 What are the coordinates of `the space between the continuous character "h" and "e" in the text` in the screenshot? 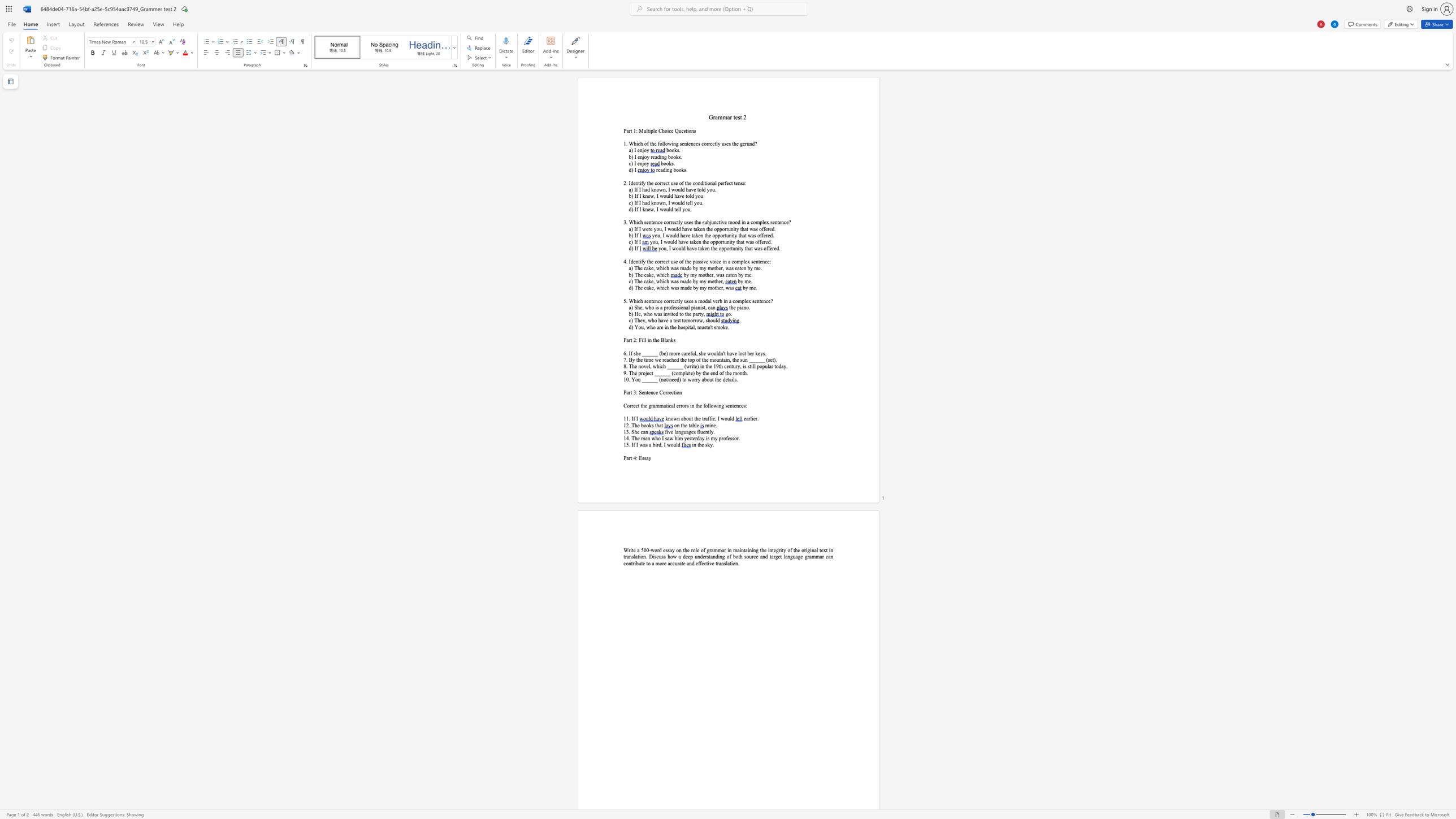 It's located at (637, 432).